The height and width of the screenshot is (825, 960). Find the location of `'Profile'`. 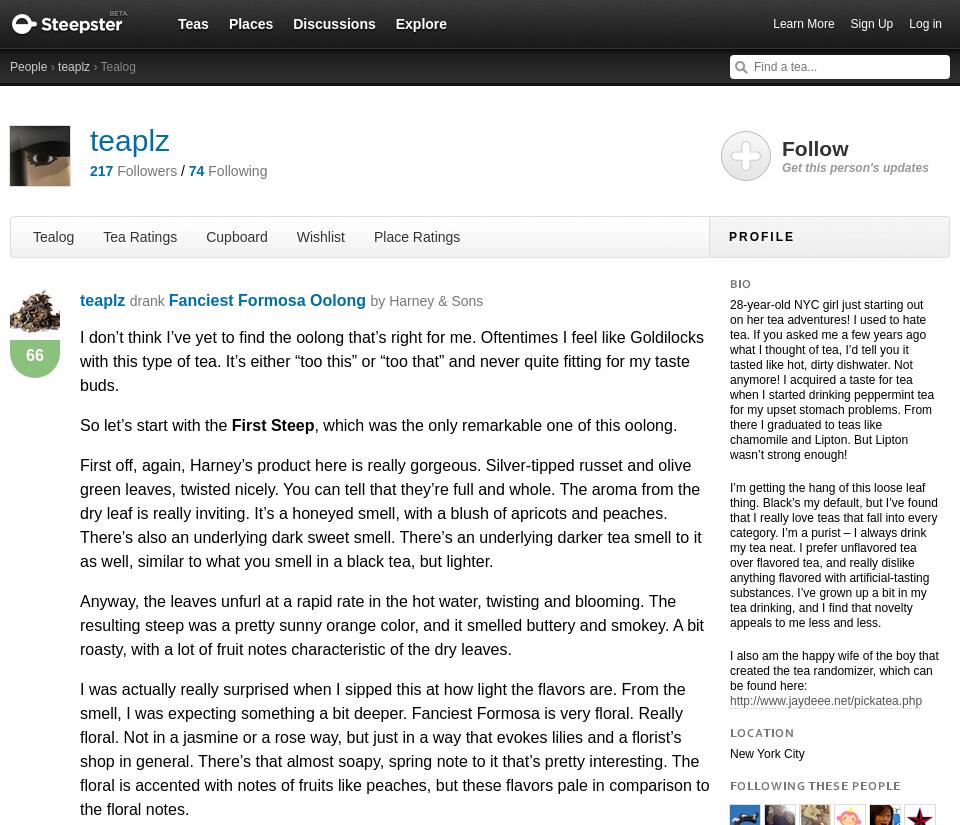

'Profile' is located at coordinates (760, 237).